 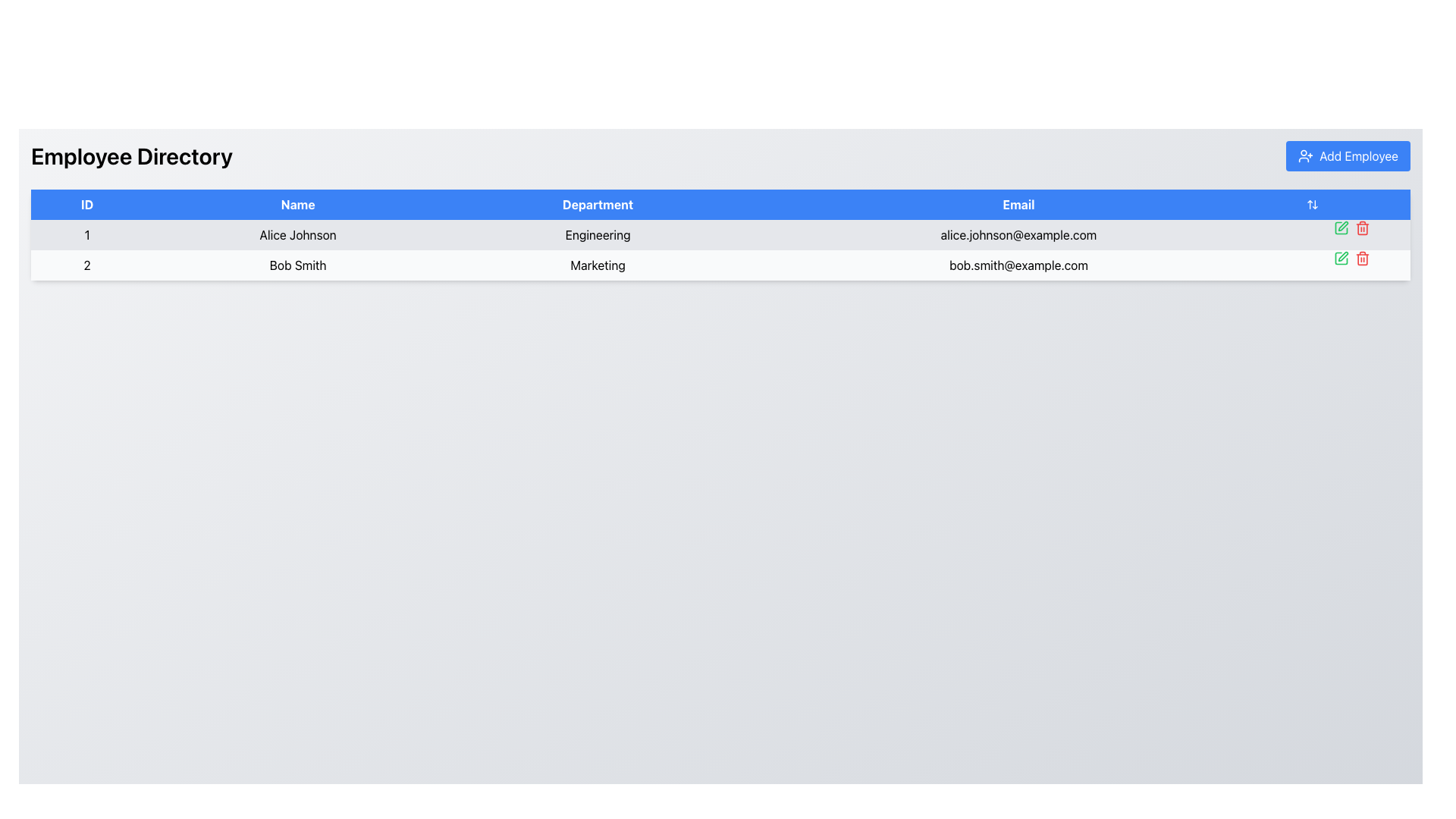 I want to click on the red trashcan icon on the rightmost side of the second row in the table, so click(x=1363, y=257).